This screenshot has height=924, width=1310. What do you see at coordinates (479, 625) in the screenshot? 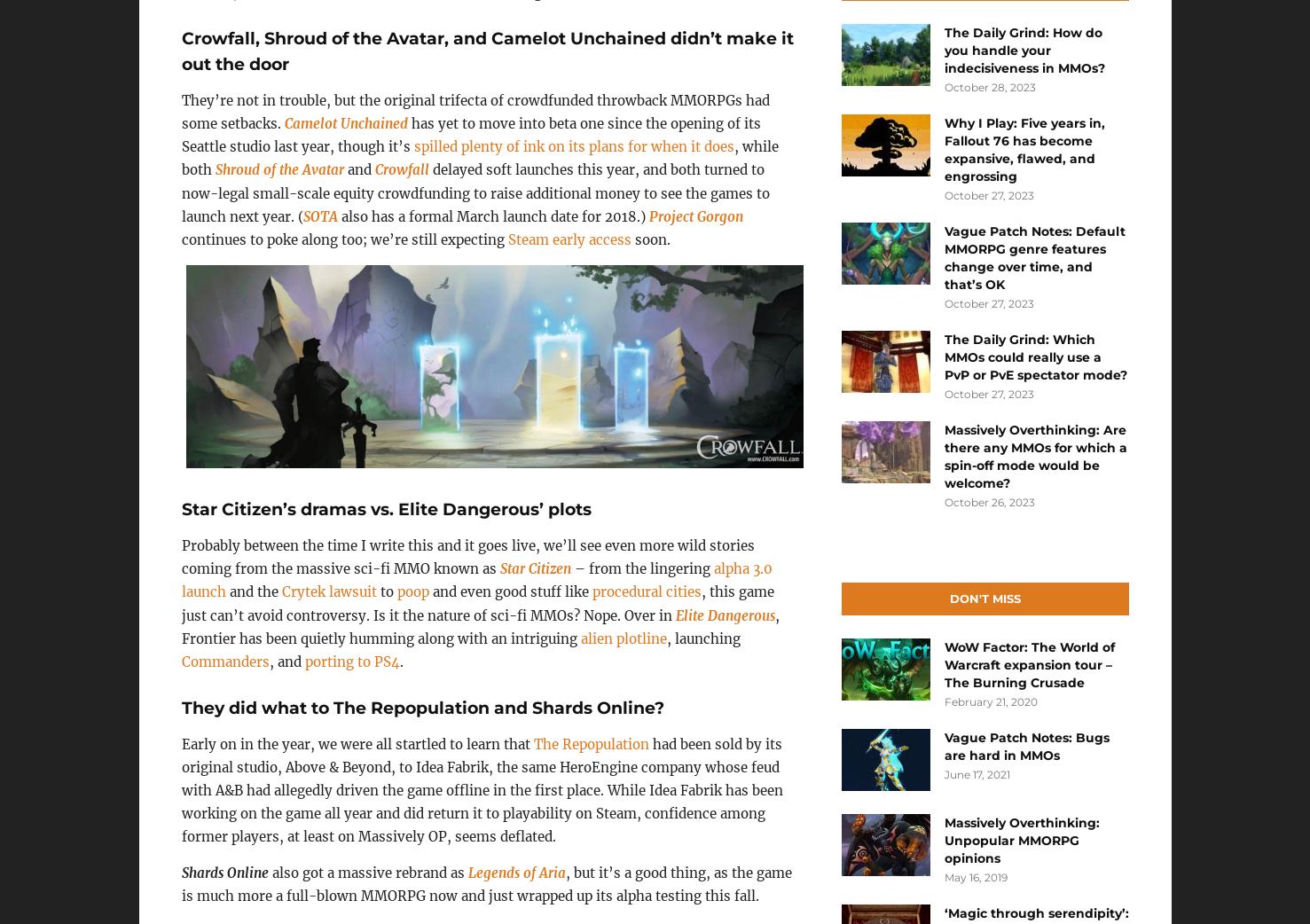
I see `', Frontier has been quietly humming along with an intriguing'` at bounding box center [479, 625].